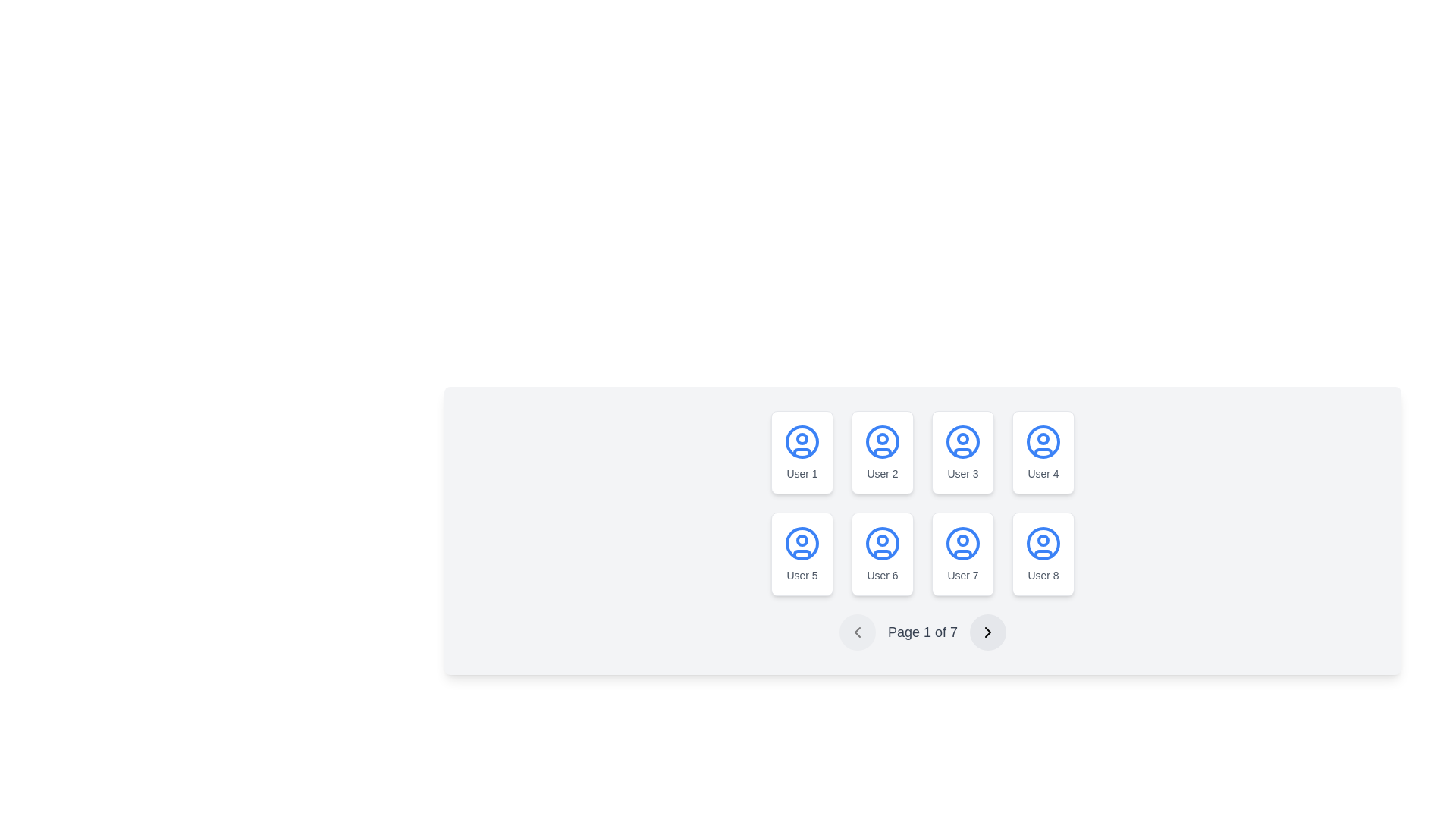  I want to click on the central SVG Circle representing 'User 5' in the profile icon, which is part of the decorative visual in the user grid, so click(801, 543).